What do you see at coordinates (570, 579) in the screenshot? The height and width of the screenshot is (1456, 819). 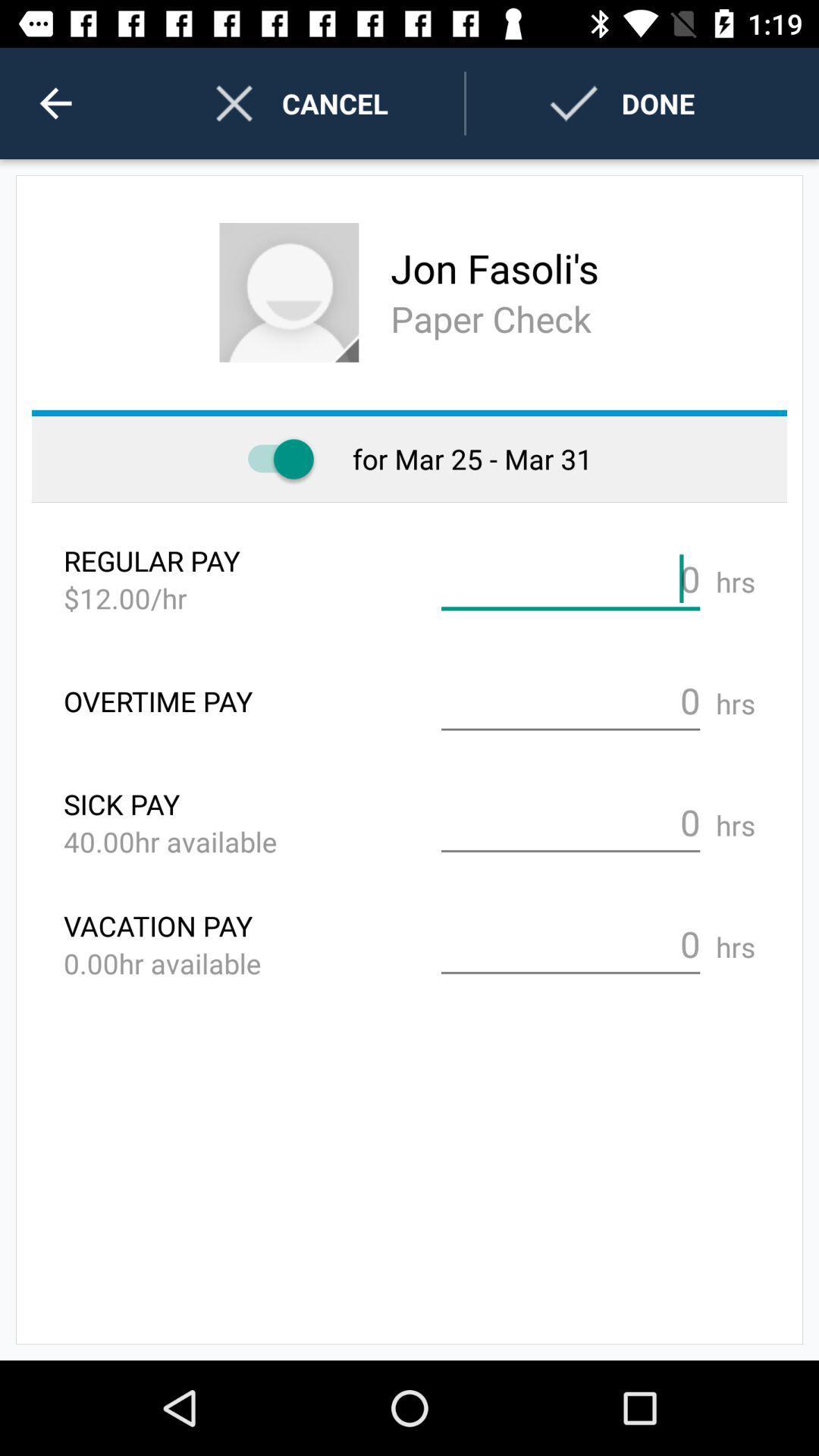 I see `input text` at bounding box center [570, 579].